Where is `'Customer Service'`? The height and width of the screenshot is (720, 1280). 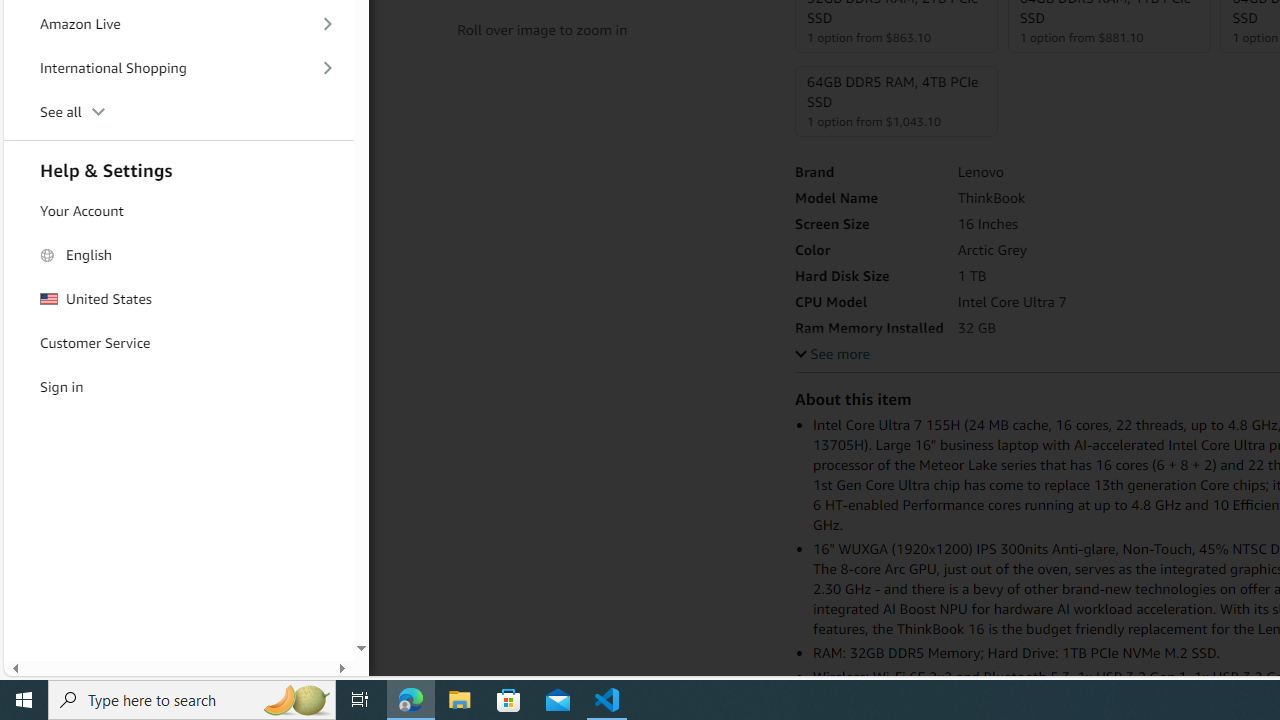
'Customer Service' is located at coordinates (179, 342).